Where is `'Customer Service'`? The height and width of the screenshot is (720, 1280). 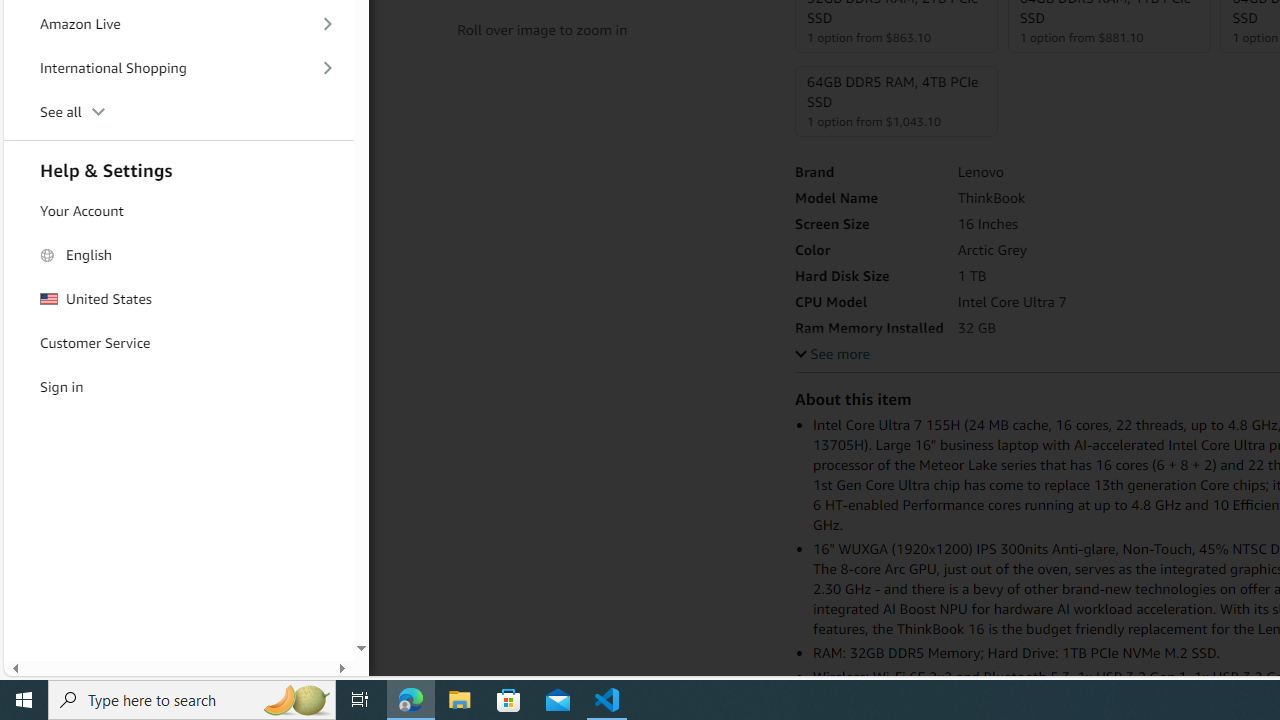
'Customer Service' is located at coordinates (179, 342).